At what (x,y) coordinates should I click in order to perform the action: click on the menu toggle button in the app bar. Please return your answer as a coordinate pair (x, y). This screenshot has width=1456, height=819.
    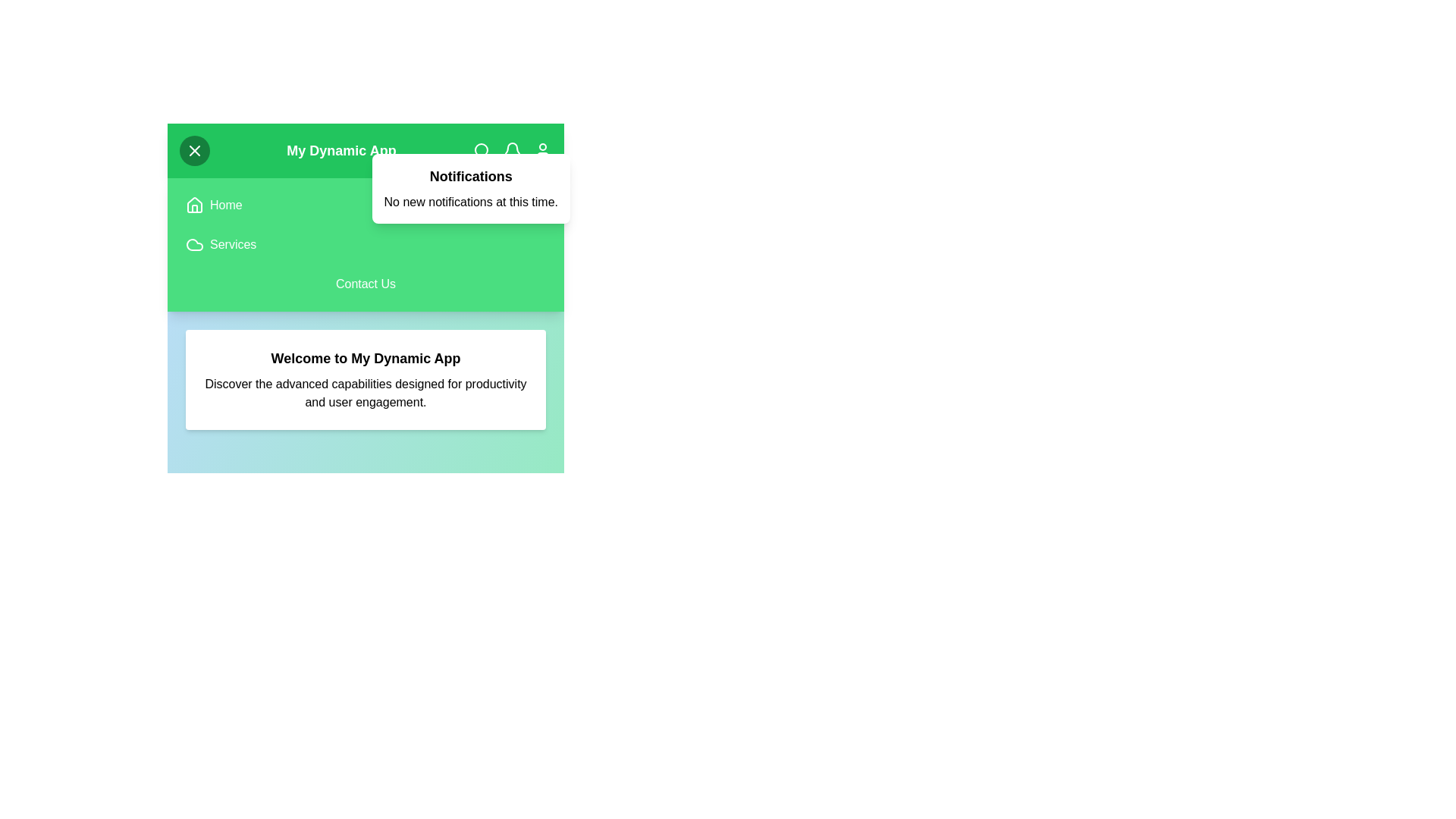
    Looking at the image, I should click on (194, 151).